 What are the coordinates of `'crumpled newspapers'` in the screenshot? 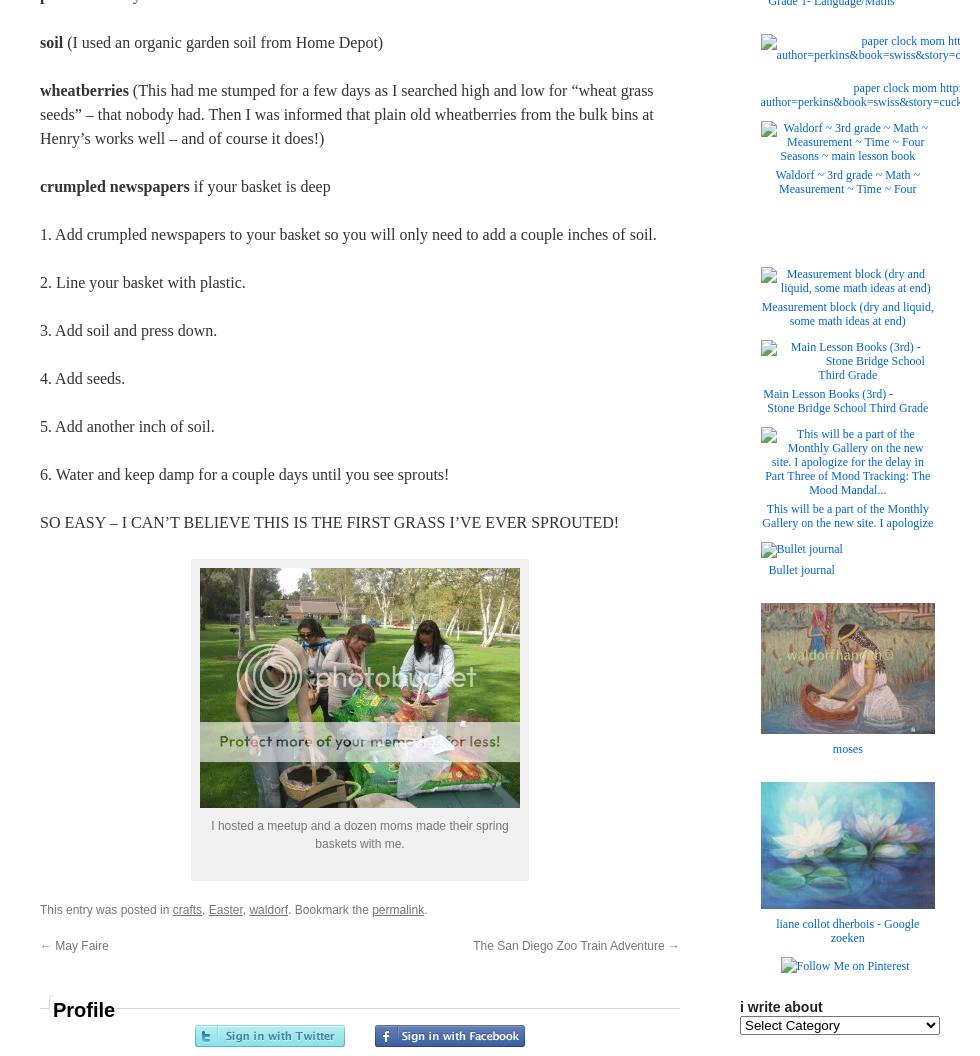 It's located at (114, 186).